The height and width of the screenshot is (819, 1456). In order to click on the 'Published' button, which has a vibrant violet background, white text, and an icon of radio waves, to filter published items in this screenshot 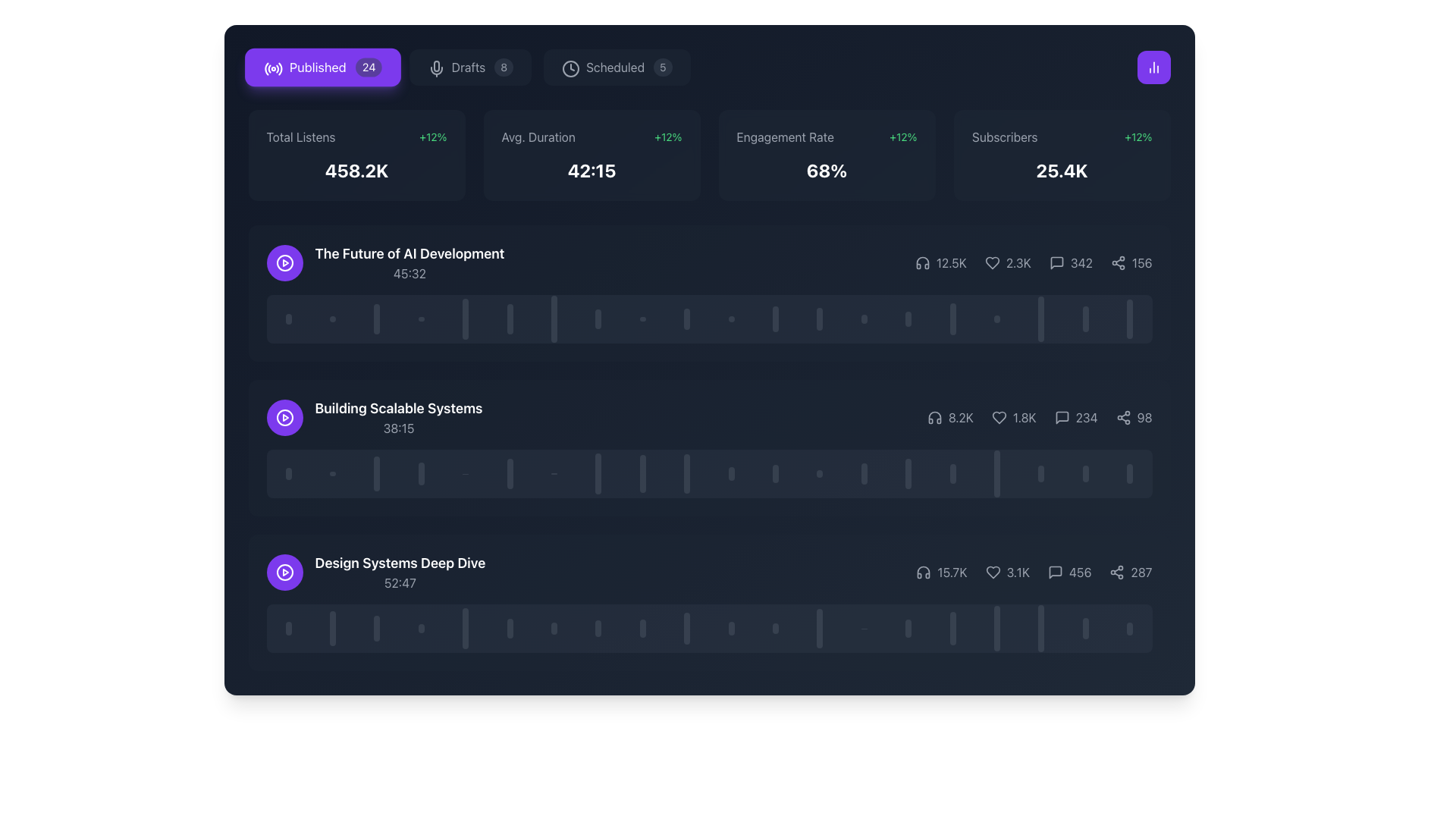, I will do `click(322, 66)`.